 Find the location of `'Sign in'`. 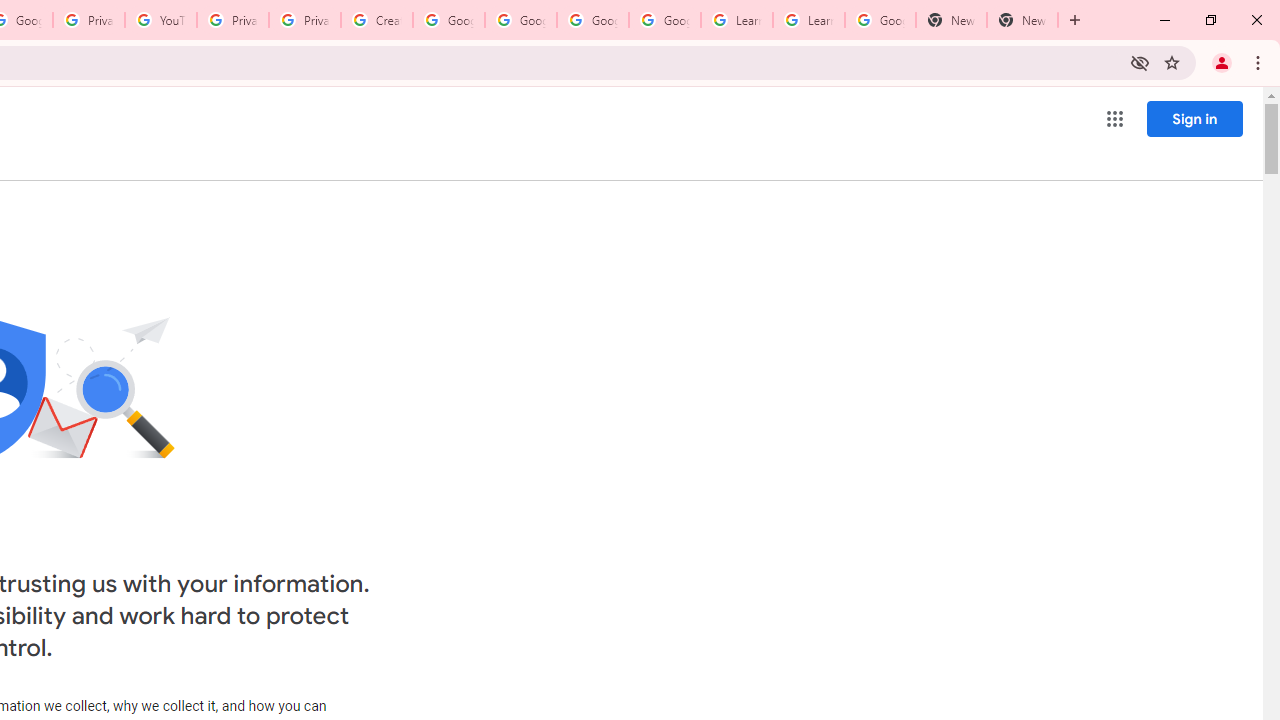

'Sign in' is located at coordinates (1194, 118).